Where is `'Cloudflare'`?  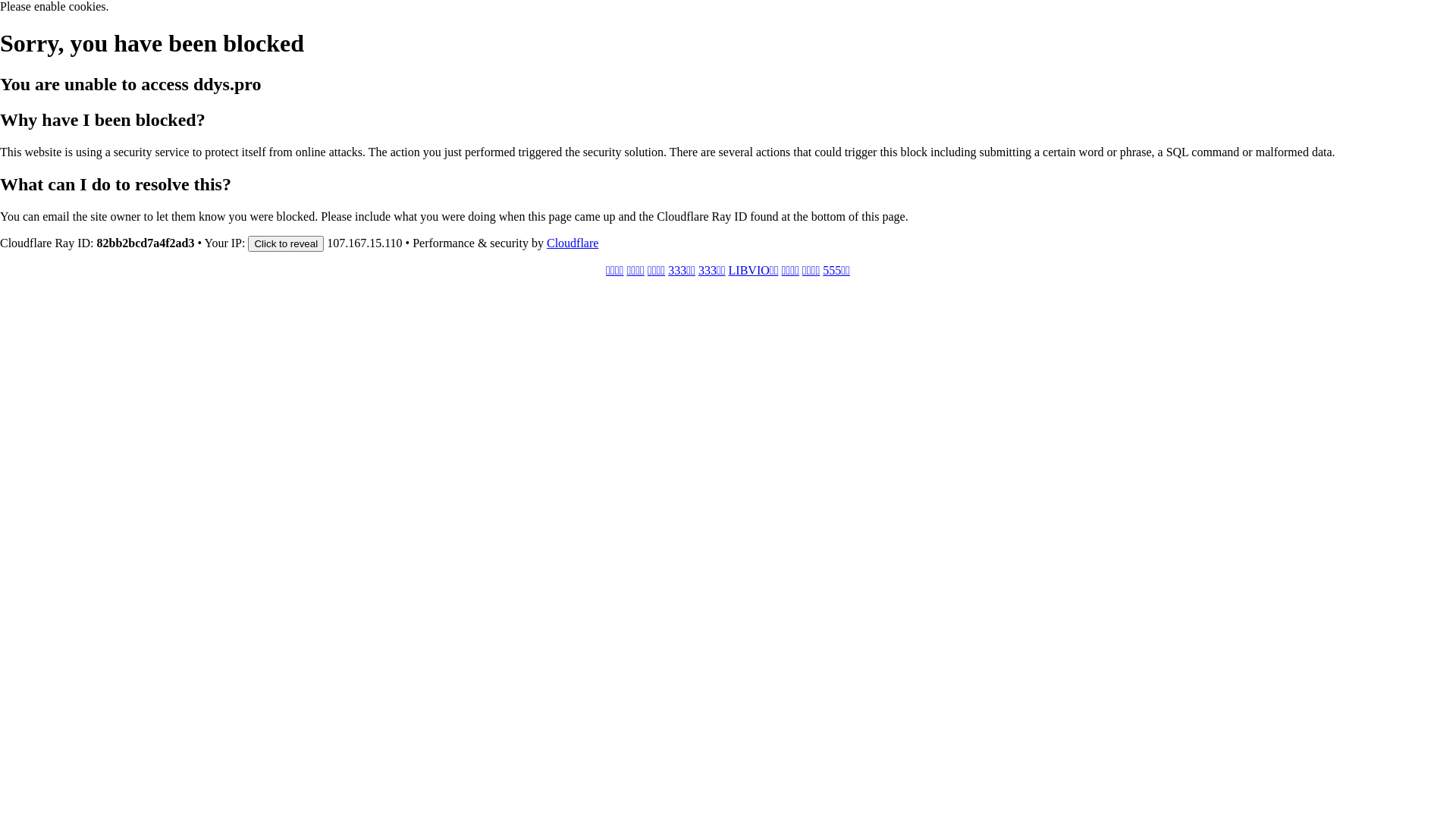
'Cloudflare' is located at coordinates (571, 242).